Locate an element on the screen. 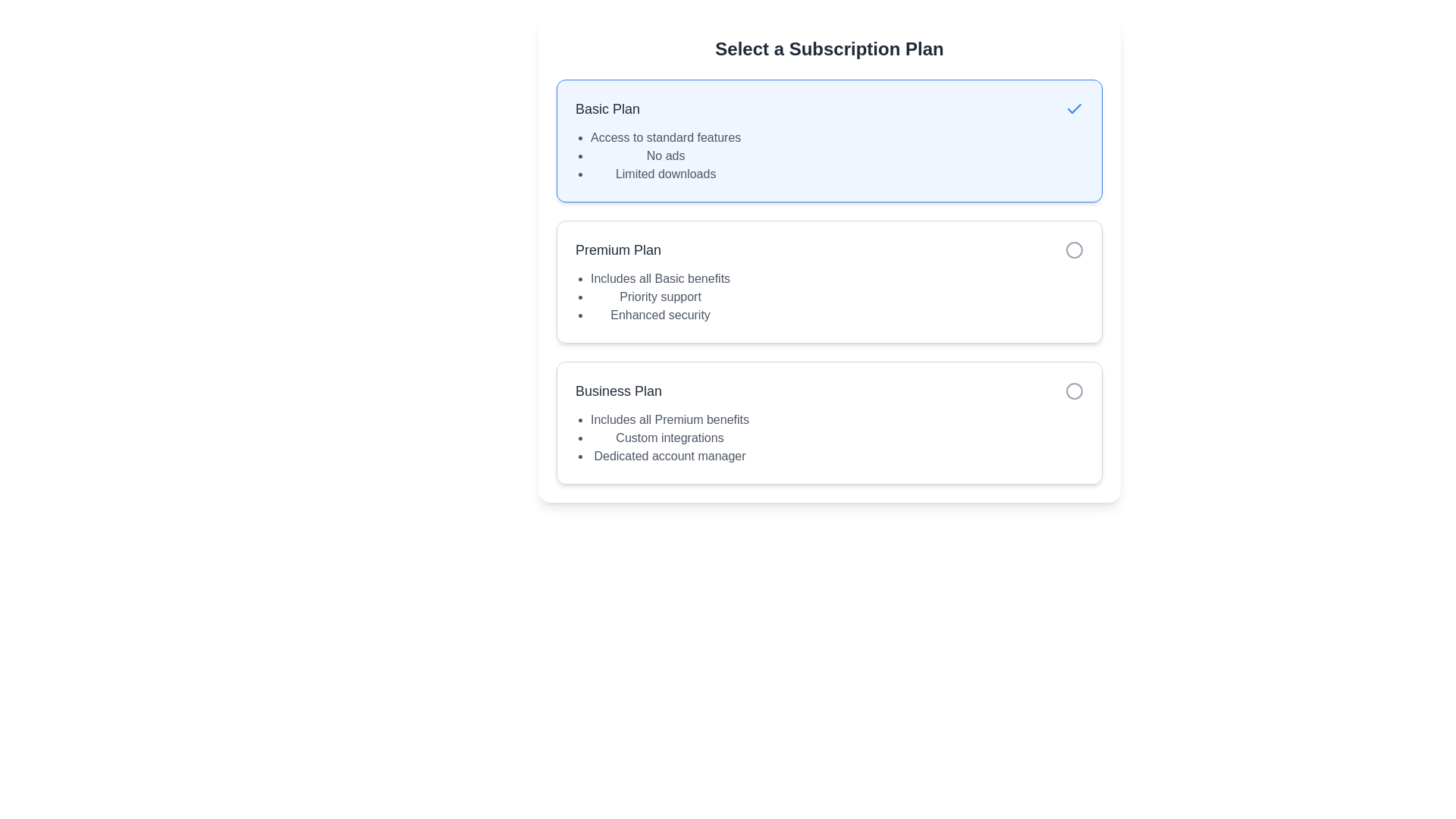 This screenshot has height=819, width=1456. the text label displaying 'Custom integrations' in the 'Business Plan' section, which is styled in grey and is the second item in a bullet-point list is located at coordinates (669, 438).